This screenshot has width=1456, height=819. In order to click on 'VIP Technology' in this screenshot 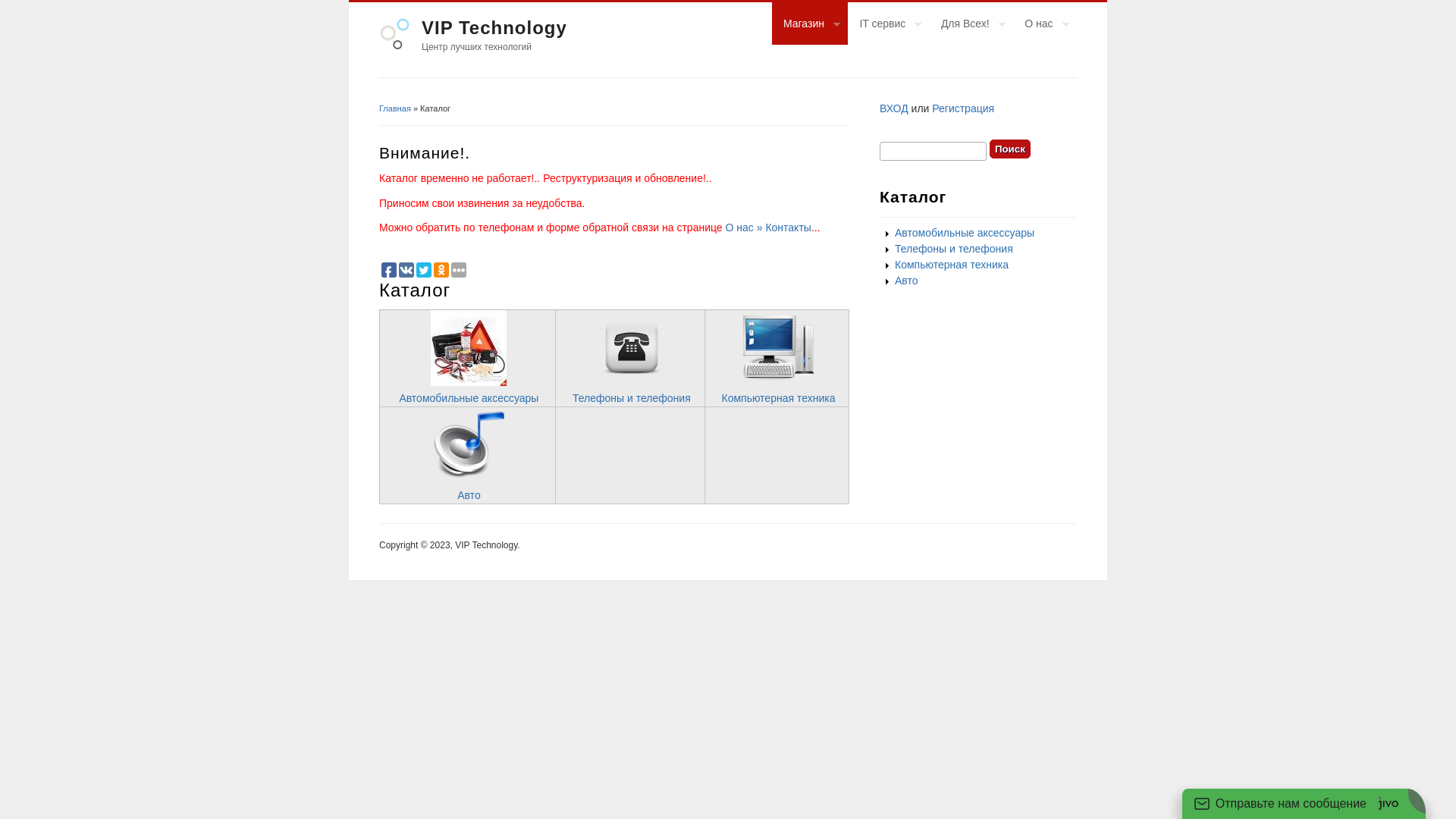, I will do `click(422, 27)`.